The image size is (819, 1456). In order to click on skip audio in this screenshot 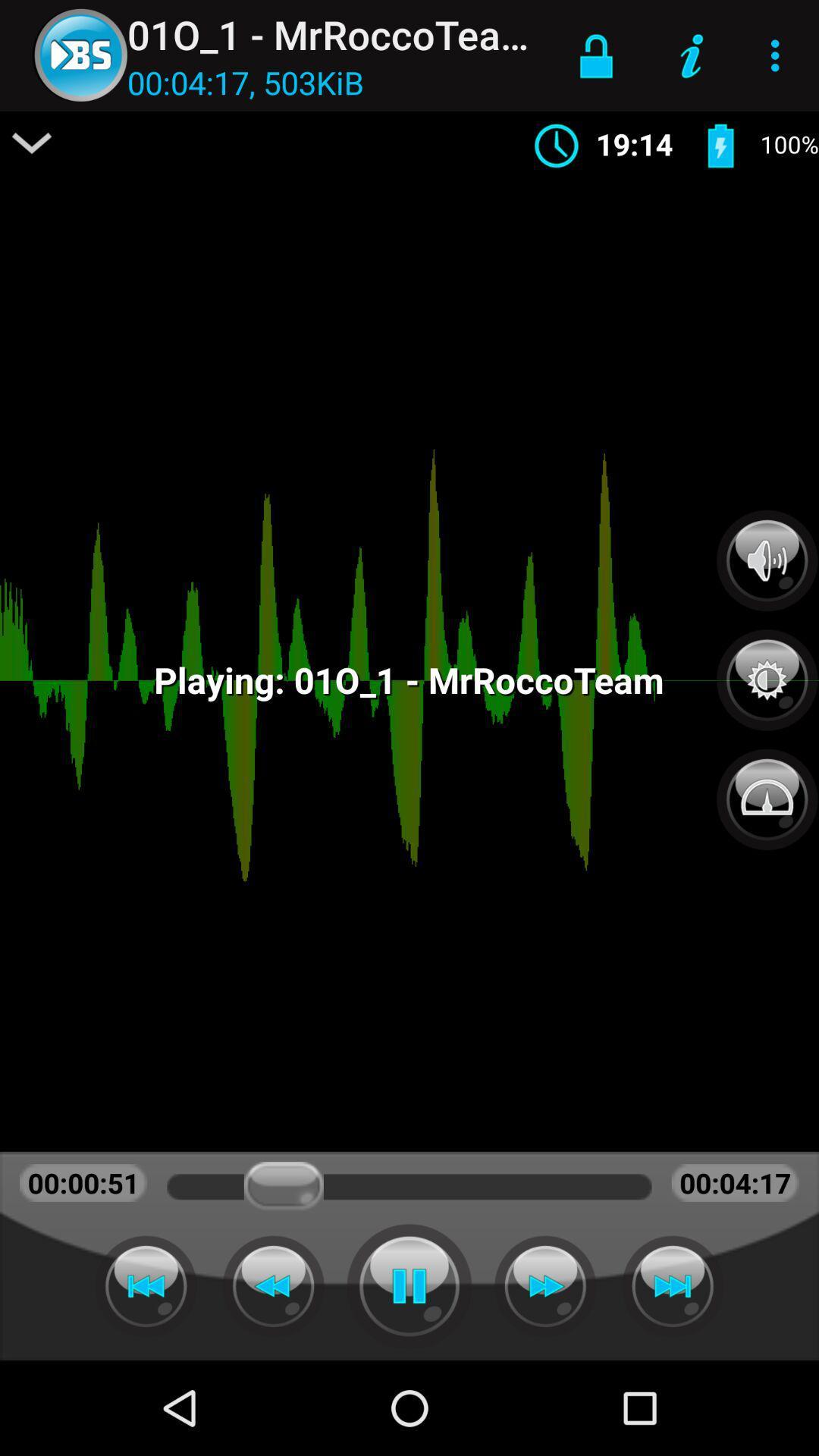, I will do `click(672, 1285)`.